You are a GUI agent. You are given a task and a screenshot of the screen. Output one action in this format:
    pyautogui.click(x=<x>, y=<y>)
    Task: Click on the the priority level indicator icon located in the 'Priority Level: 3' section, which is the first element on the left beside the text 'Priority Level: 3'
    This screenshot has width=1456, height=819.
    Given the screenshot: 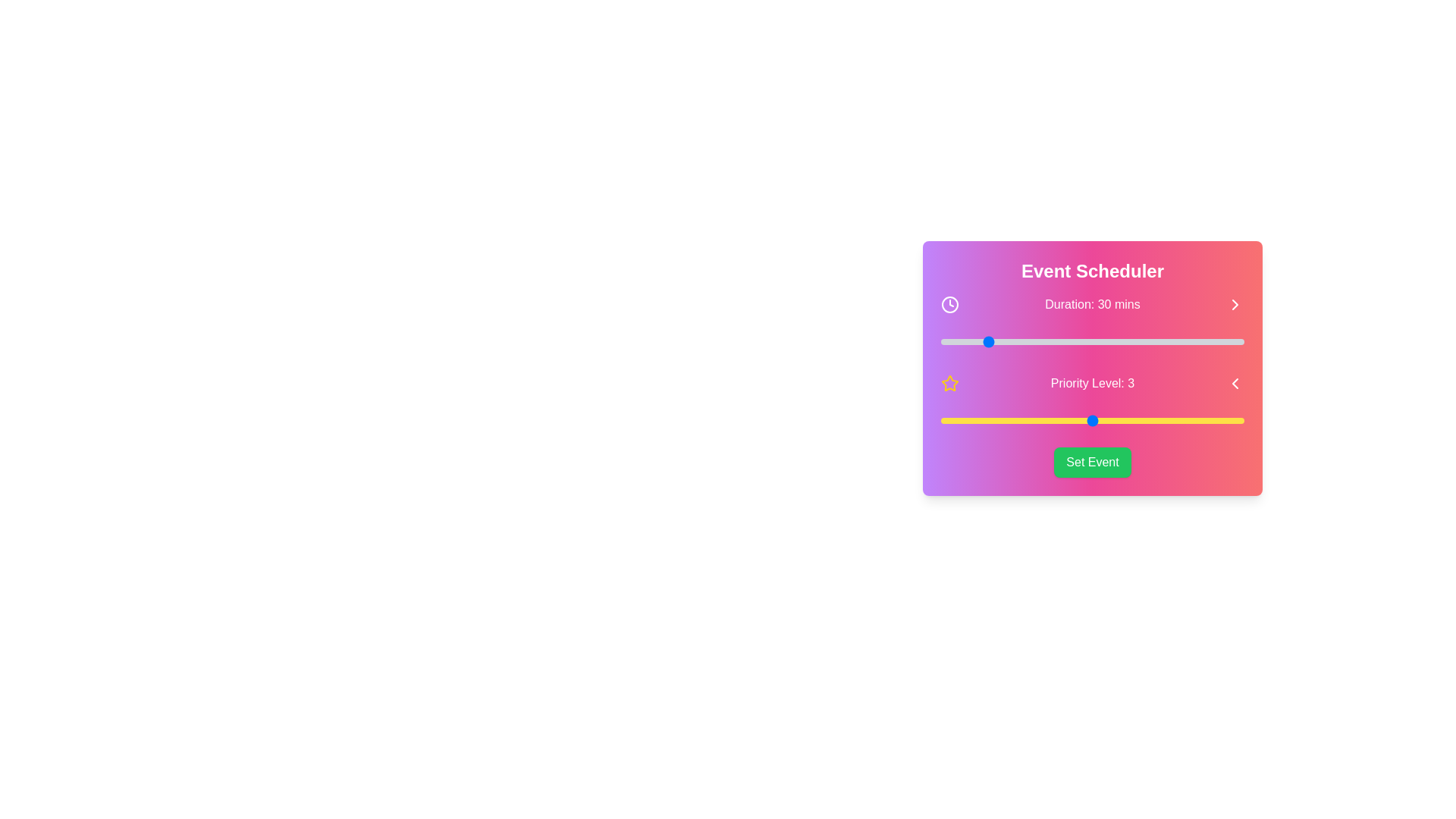 What is the action you would take?
    pyautogui.click(x=949, y=382)
    